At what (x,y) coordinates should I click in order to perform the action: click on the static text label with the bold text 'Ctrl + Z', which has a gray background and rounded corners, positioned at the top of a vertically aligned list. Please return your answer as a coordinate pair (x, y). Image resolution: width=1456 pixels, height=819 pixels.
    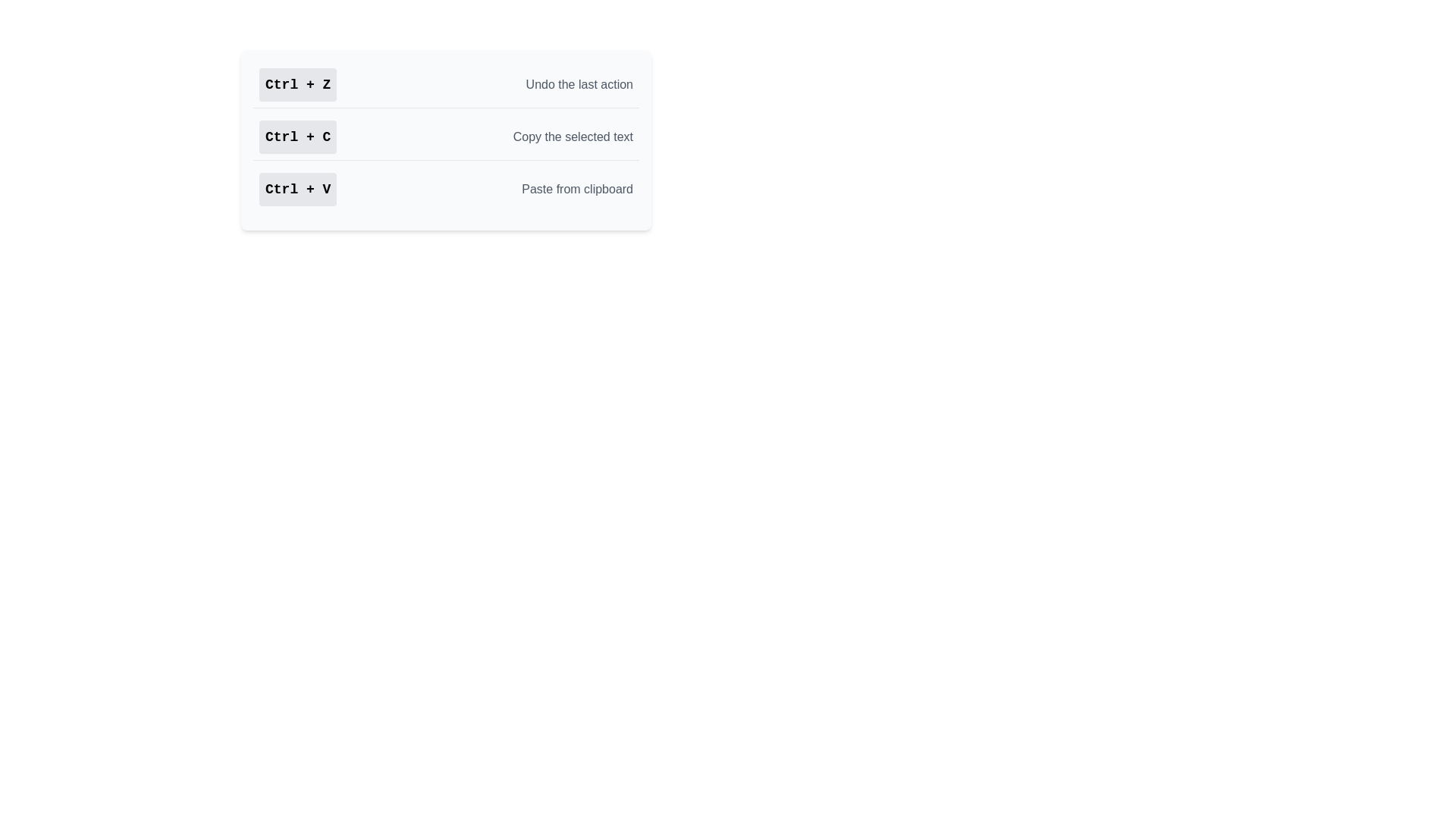
    Looking at the image, I should click on (298, 84).